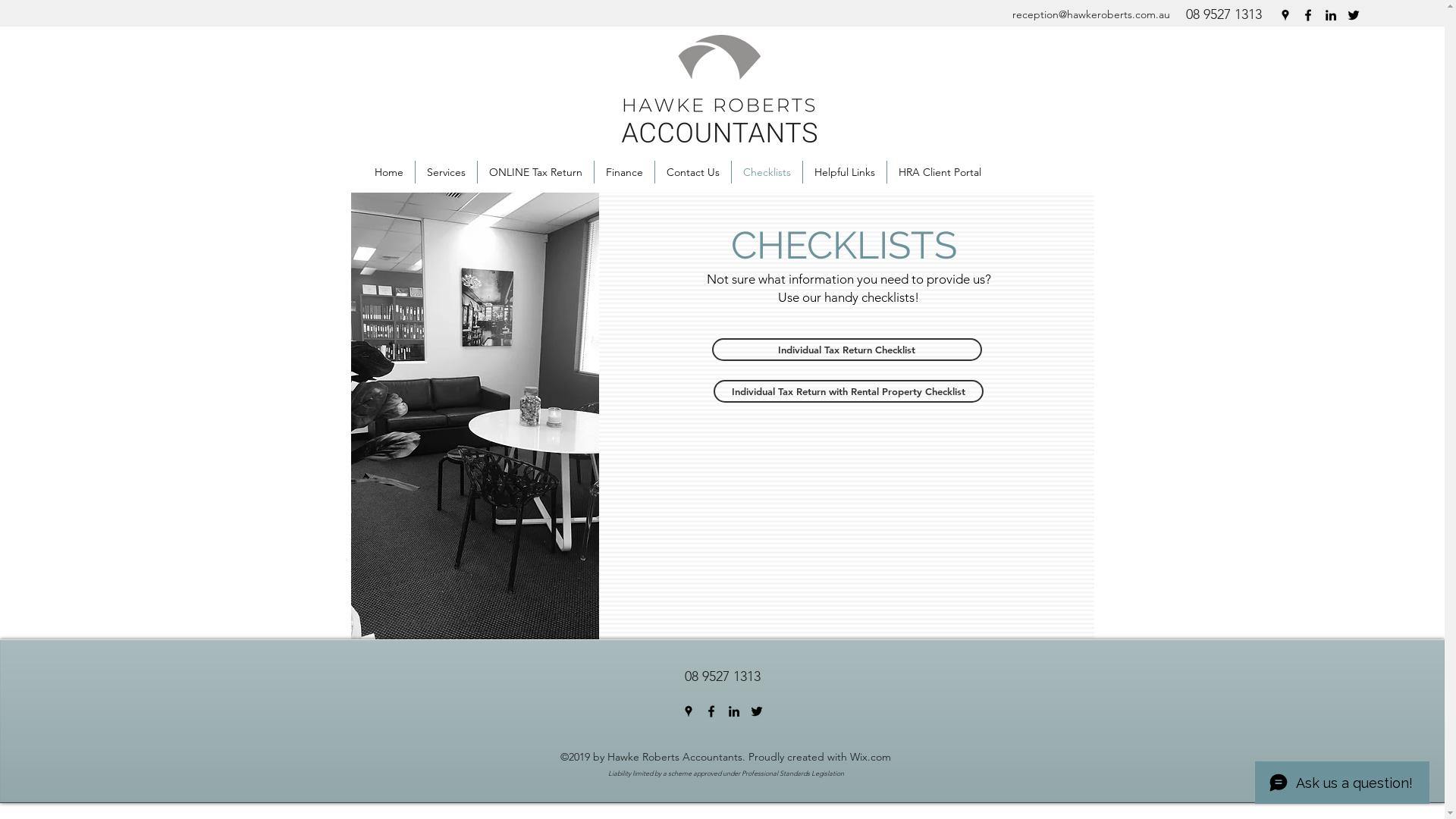 This screenshot has height=819, width=1456. What do you see at coordinates (692, 171) in the screenshot?
I see `'Contact Us'` at bounding box center [692, 171].